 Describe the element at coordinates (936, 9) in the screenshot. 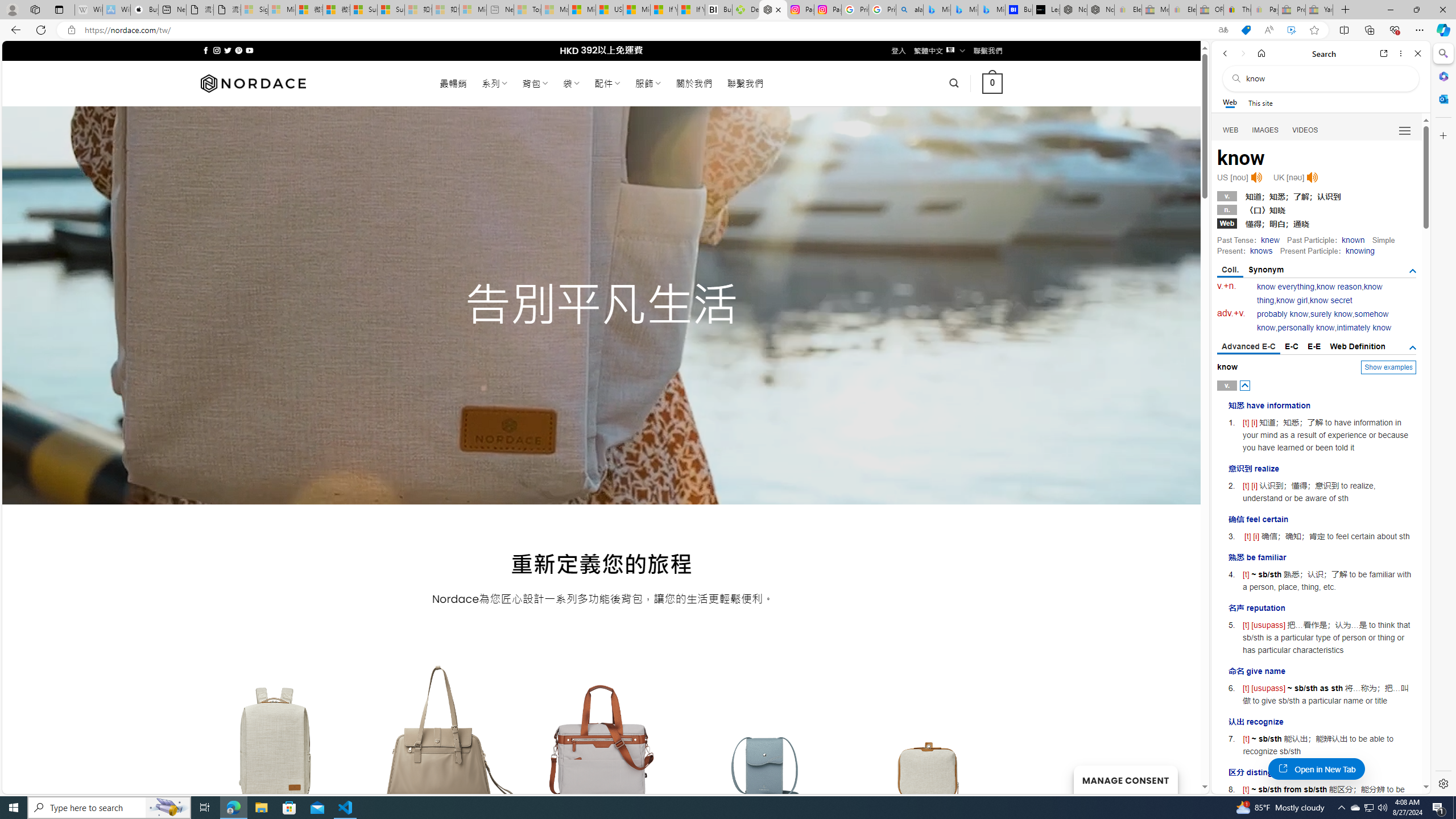

I see `'Microsoft Bing Travel - Flights from Hong Kong to Bangkok'` at that location.